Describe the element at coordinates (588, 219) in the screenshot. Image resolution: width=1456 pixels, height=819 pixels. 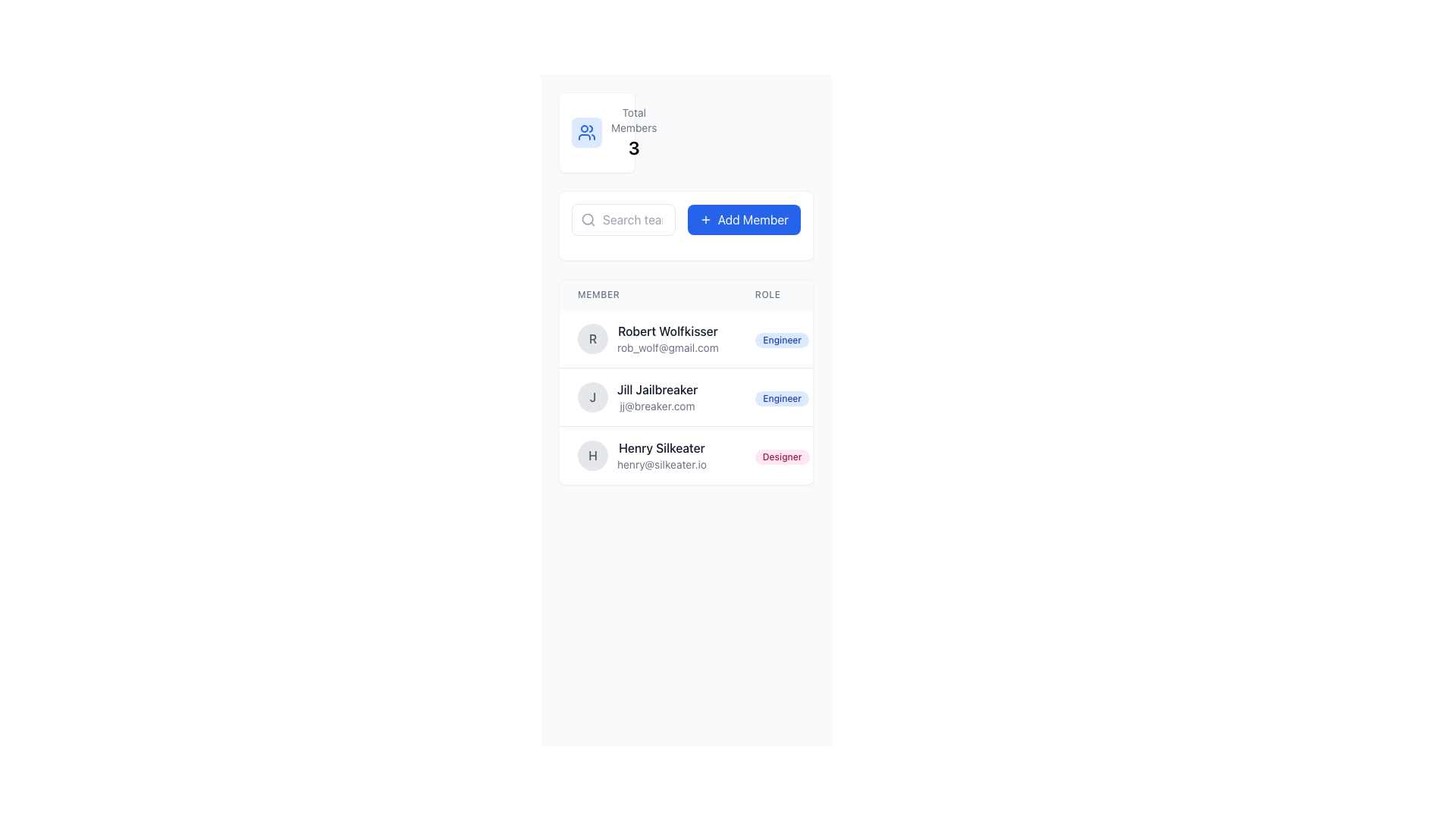
I see `the gray magnifying glass icon located to the left of the search input field, which is used for the search action` at that location.